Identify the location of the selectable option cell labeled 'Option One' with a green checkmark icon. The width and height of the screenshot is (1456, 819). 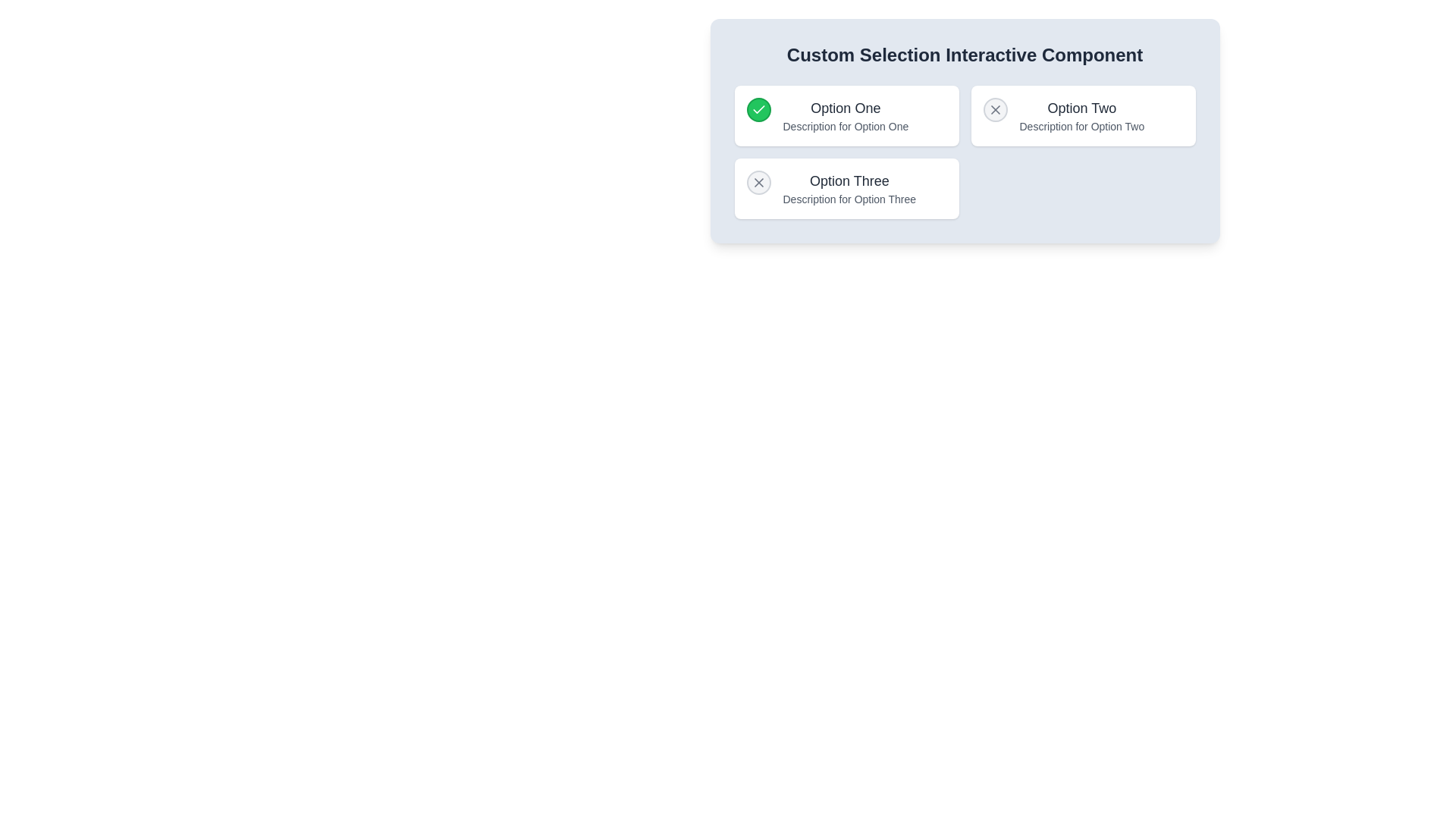
(846, 115).